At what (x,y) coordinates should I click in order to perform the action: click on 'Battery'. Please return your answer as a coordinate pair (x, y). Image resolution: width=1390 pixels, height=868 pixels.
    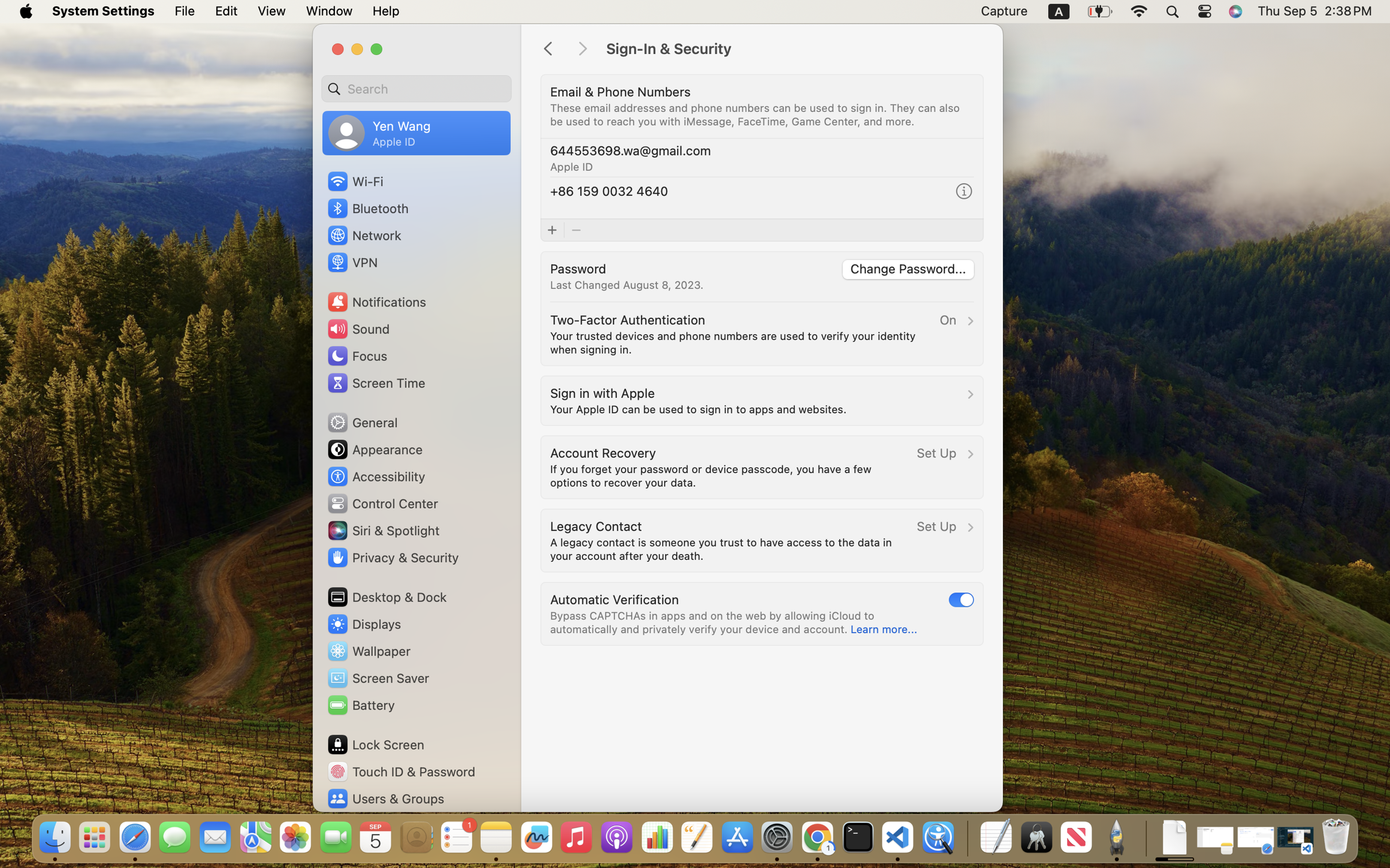
    Looking at the image, I should click on (361, 704).